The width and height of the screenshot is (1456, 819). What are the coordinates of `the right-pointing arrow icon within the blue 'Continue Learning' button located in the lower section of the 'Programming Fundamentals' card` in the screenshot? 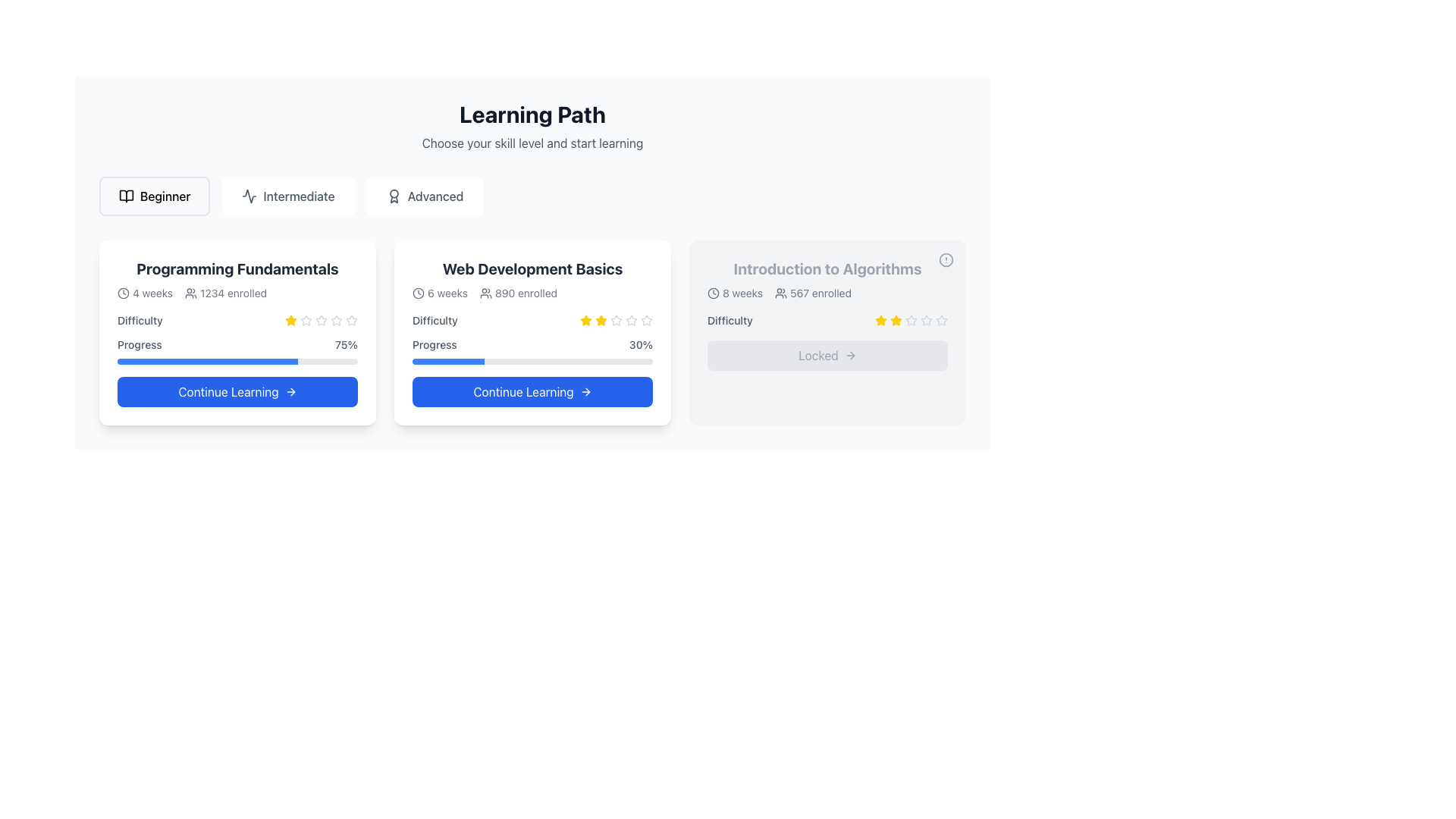 It's located at (290, 391).